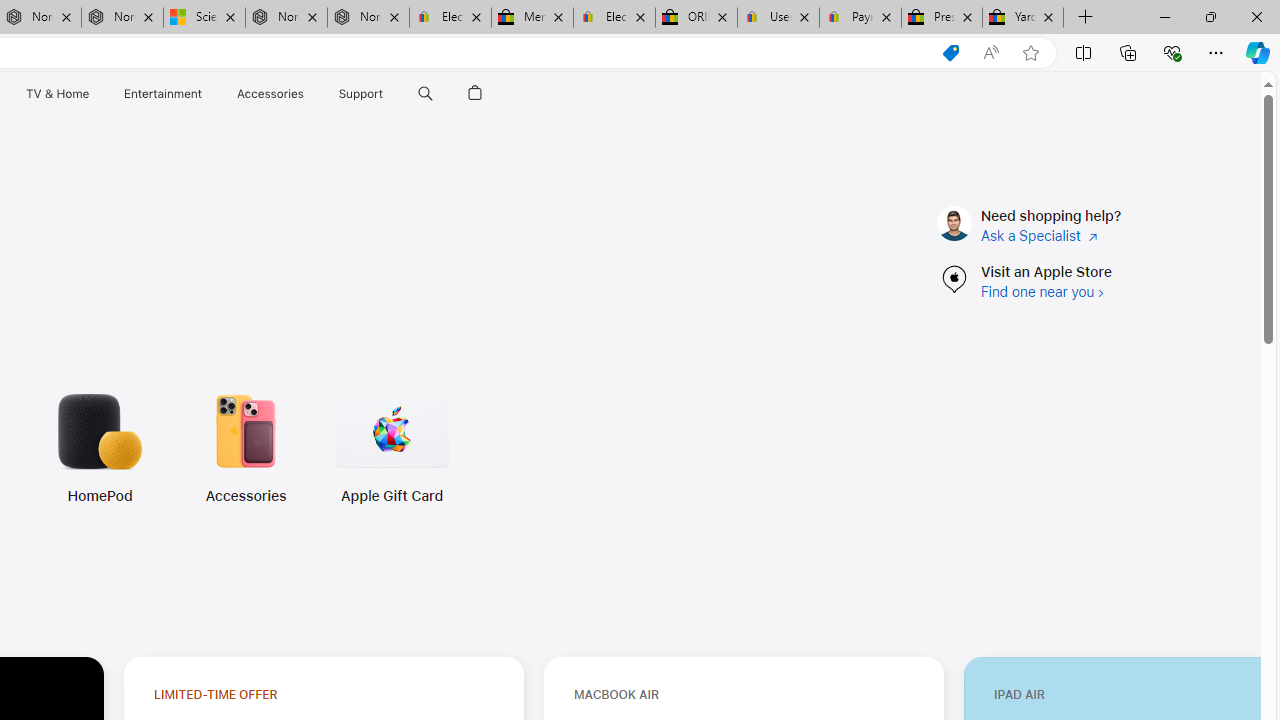  What do you see at coordinates (474, 93) in the screenshot?
I see `'AutomationID: globalnav-bag'` at bounding box center [474, 93].